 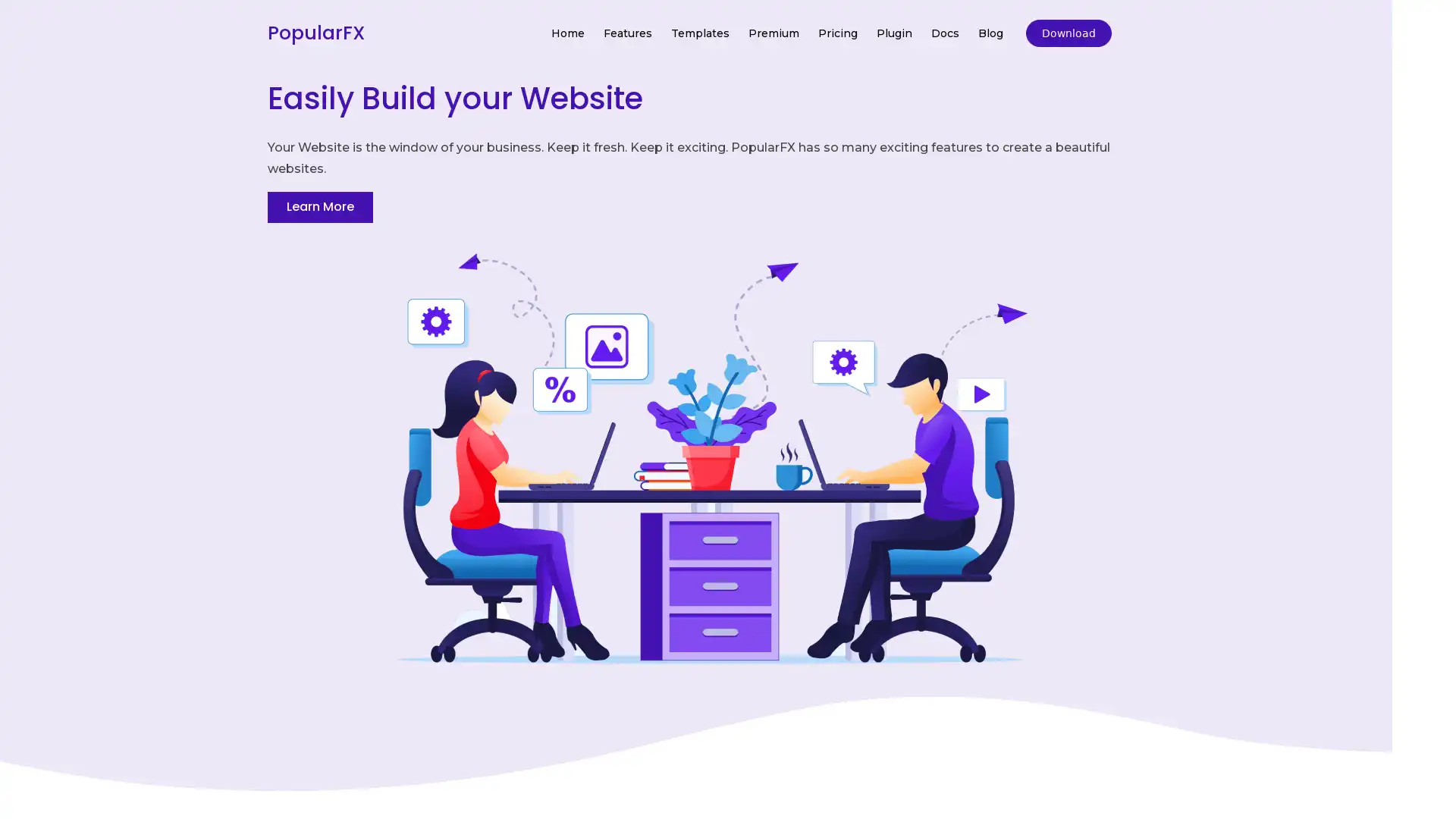 I want to click on Subscribe to PopularFX Newsletters, so click(x=726, y=380).